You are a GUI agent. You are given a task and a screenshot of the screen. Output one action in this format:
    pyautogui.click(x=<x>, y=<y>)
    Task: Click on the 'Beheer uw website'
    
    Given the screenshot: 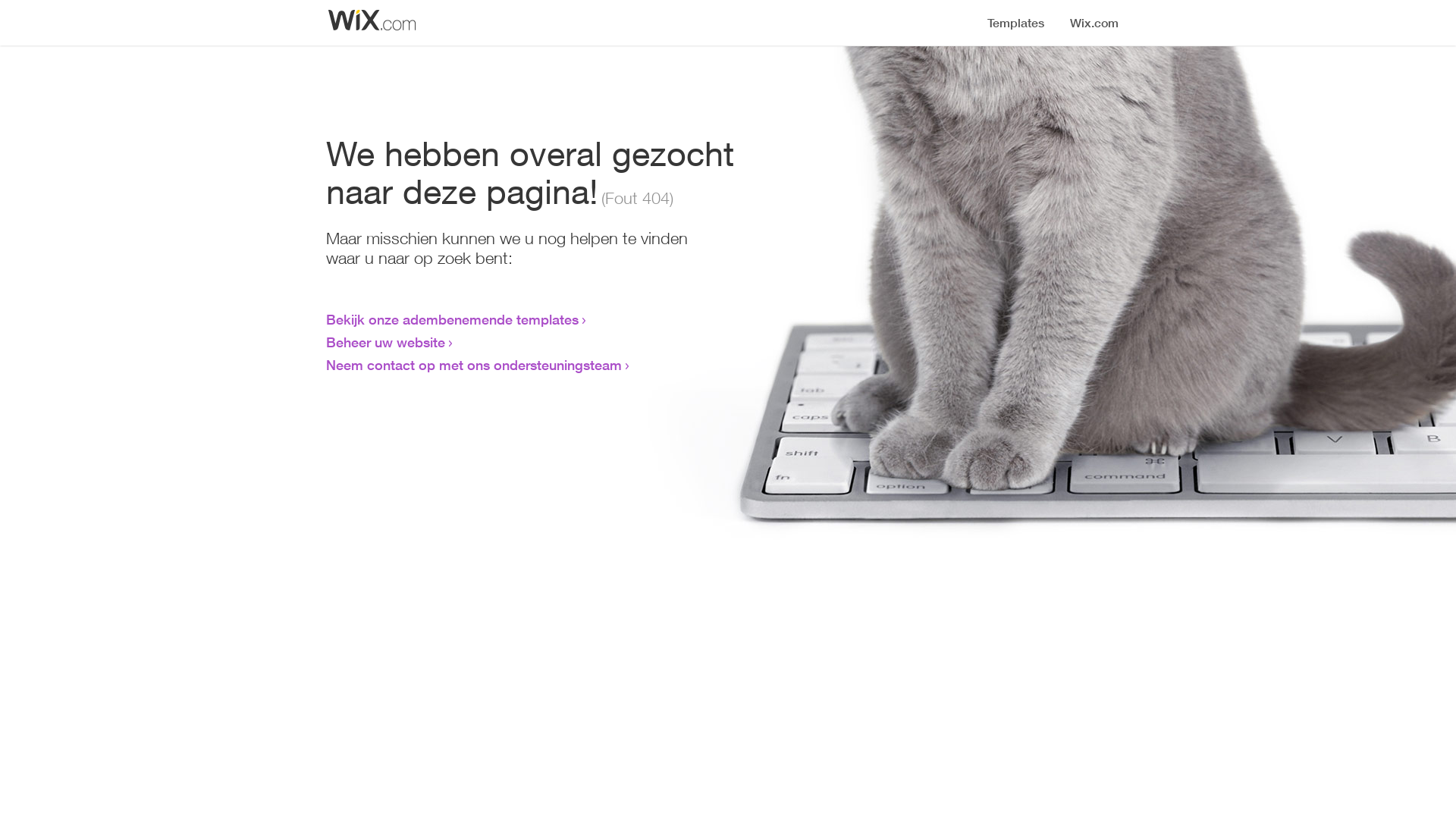 What is the action you would take?
    pyautogui.click(x=385, y=342)
    